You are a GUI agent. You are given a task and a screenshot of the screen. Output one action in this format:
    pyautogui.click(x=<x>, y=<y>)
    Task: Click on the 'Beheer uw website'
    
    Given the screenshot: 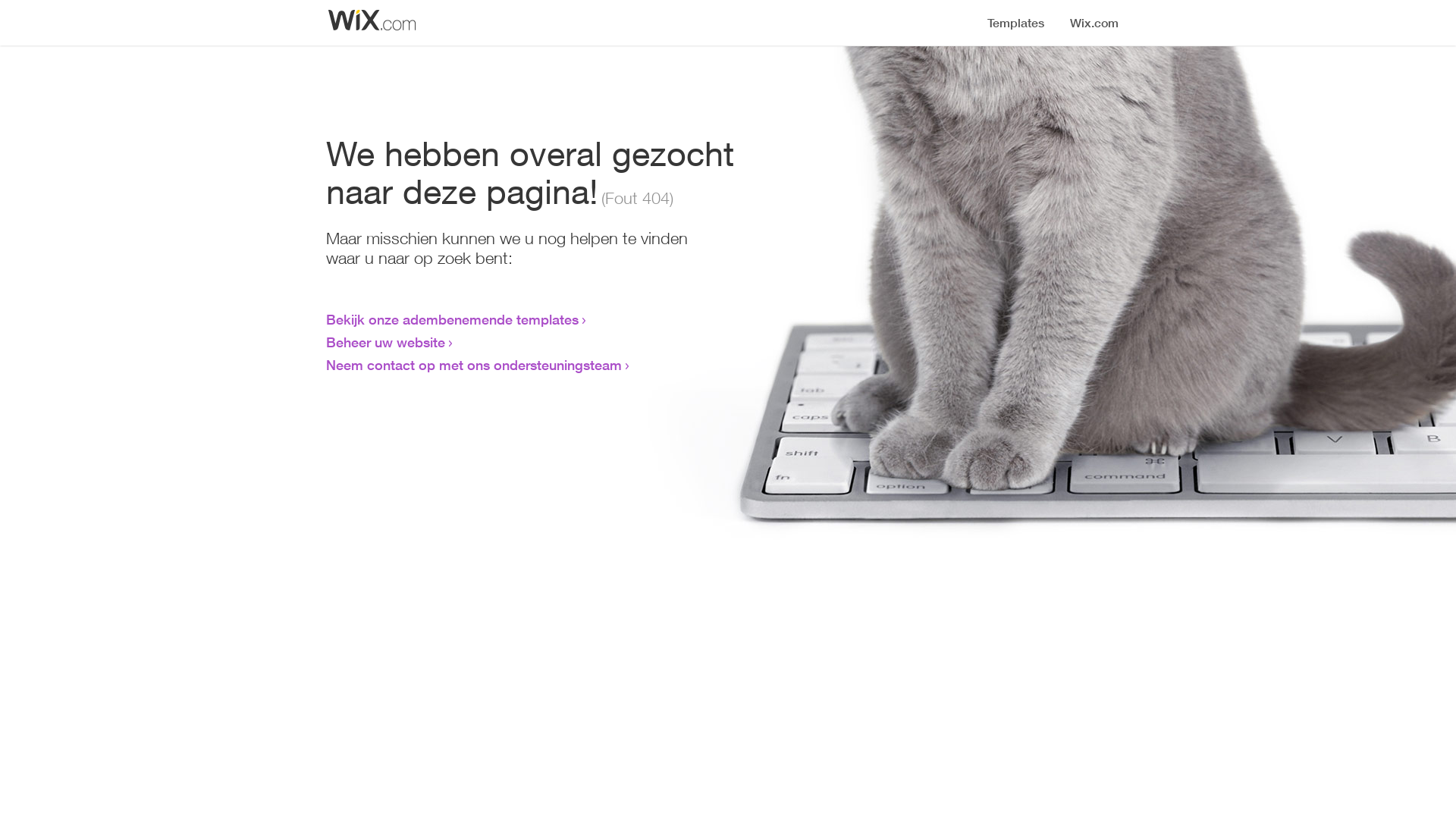 What is the action you would take?
    pyautogui.click(x=385, y=342)
    